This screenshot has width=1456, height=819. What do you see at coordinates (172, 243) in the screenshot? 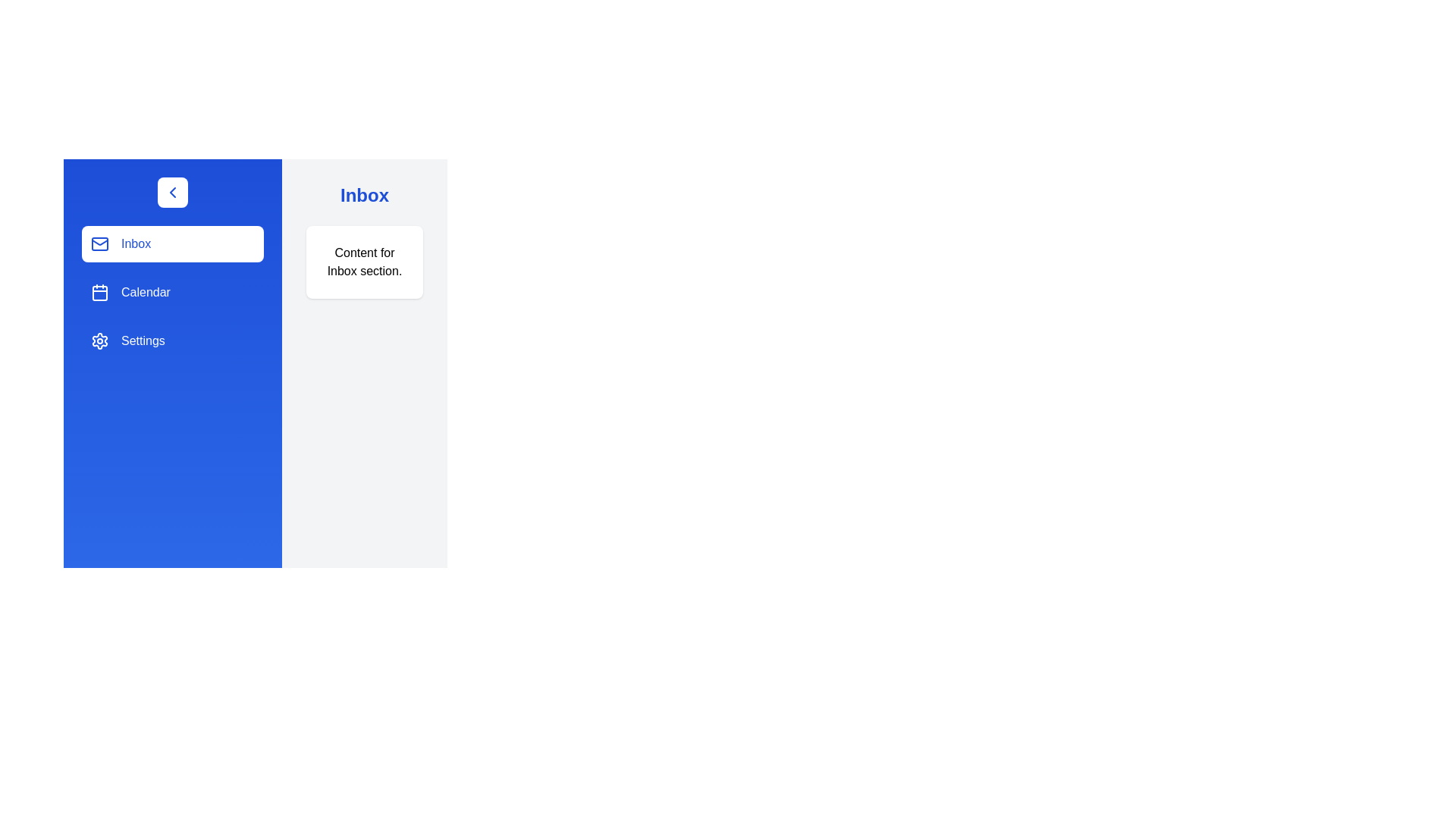
I see `the navigation item Inbox` at bounding box center [172, 243].